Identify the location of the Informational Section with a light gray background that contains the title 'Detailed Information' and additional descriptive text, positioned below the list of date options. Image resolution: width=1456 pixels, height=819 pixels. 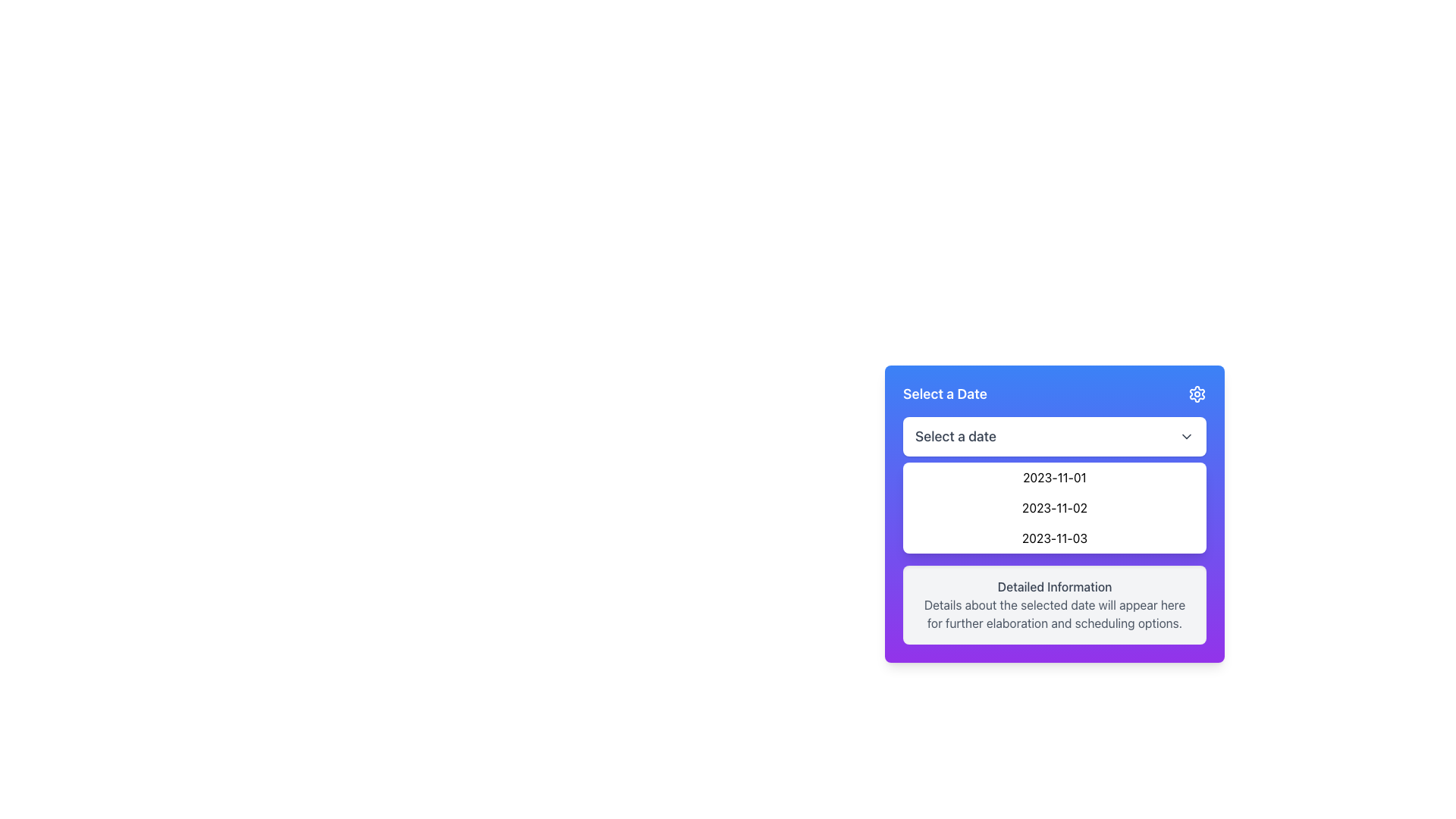
(1054, 604).